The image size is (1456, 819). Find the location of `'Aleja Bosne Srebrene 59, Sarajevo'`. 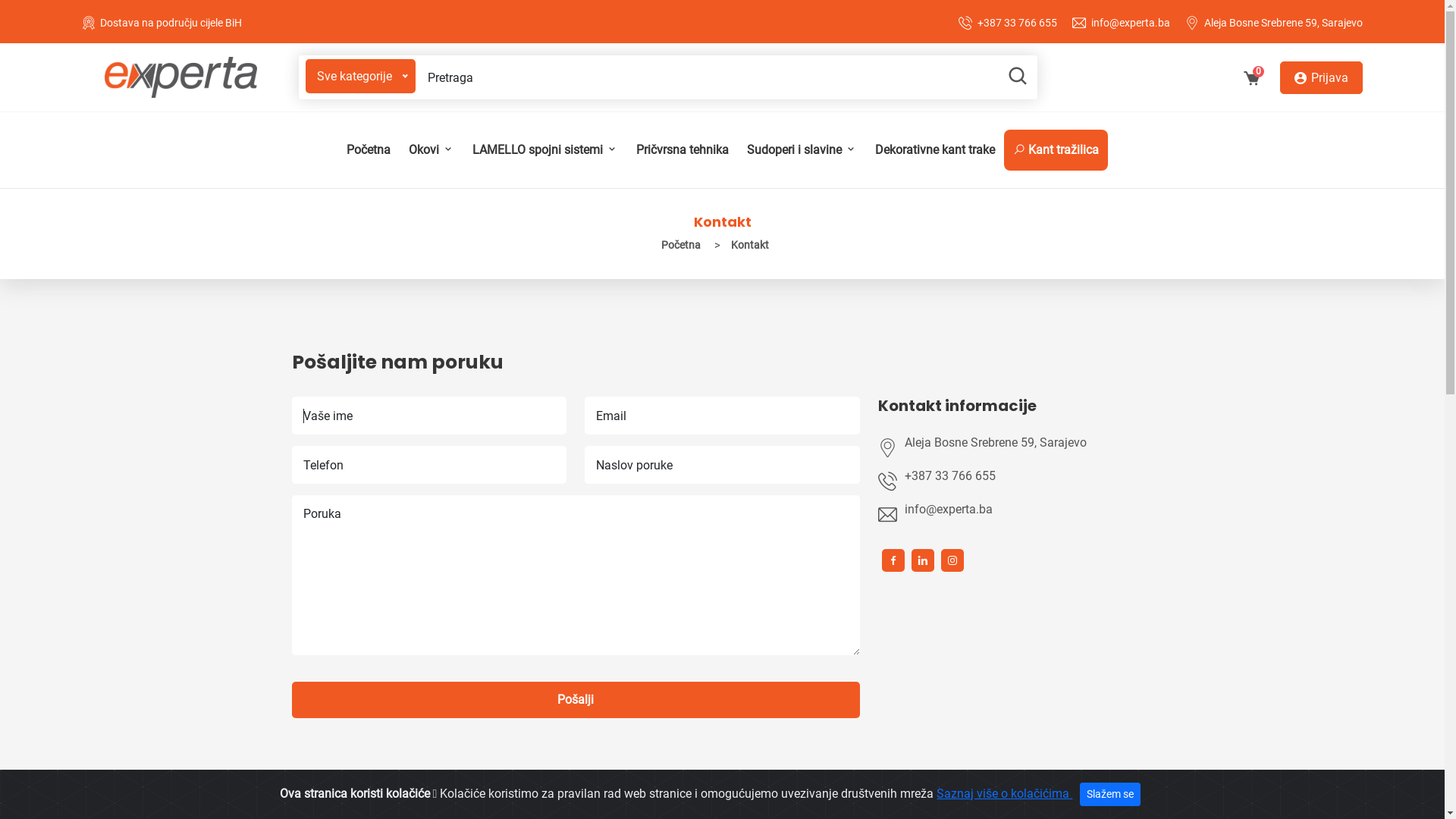

'Aleja Bosne Srebrene 59, Sarajevo' is located at coordinates (1282, 23).